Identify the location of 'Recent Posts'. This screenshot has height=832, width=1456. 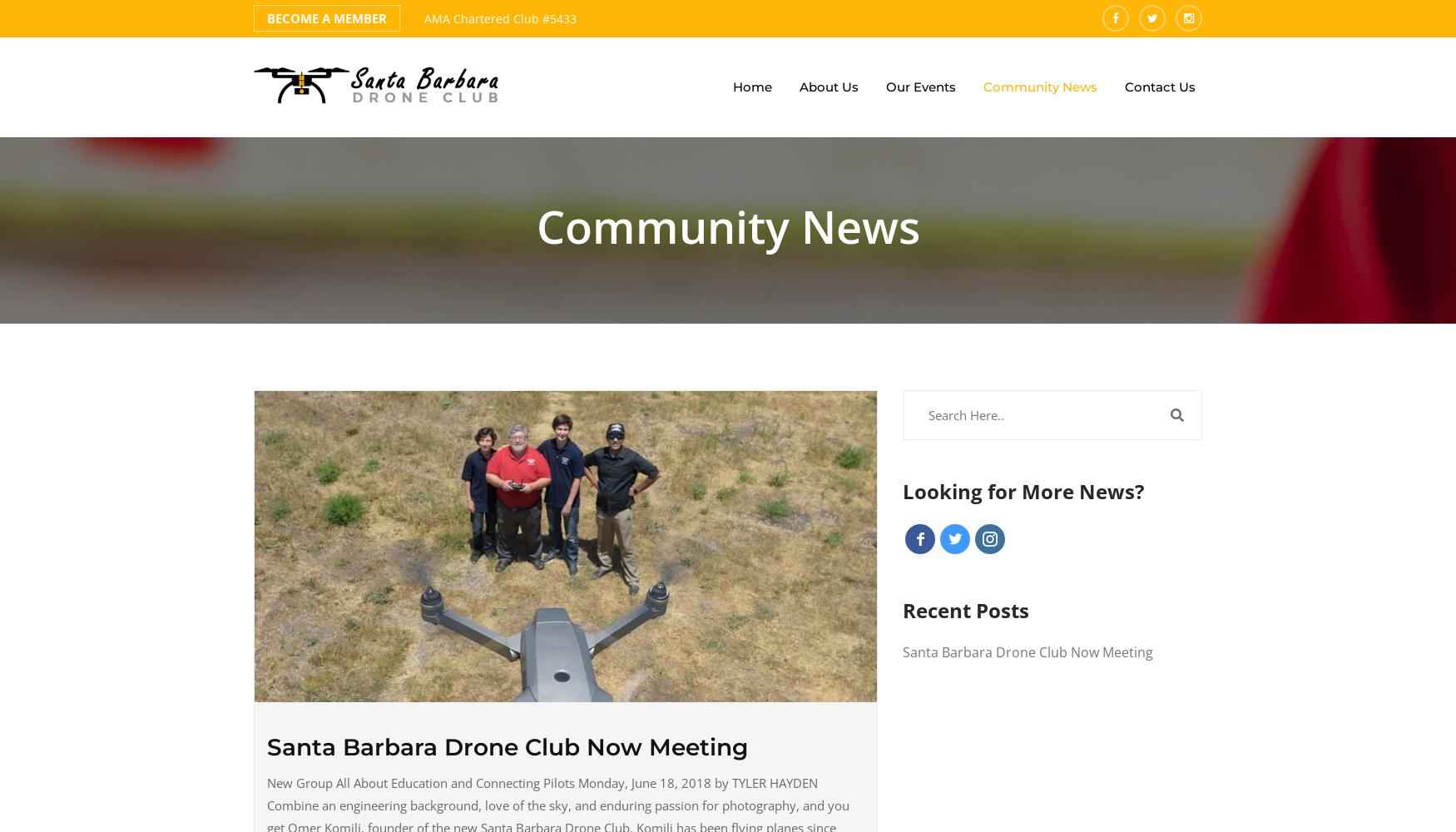
(964, 609).